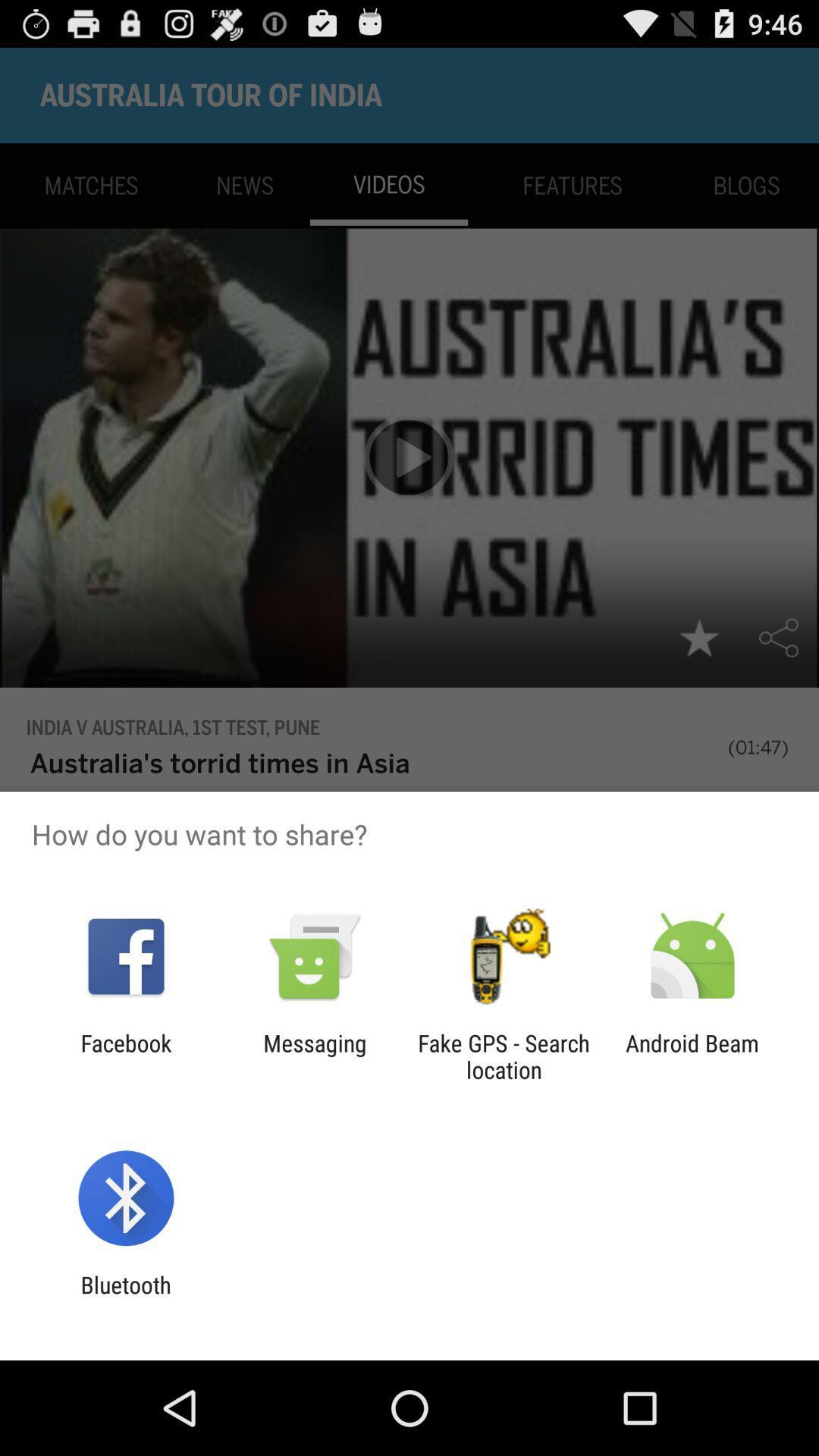 The image size is (819, 1456). Describe the element at coordinates (125, 1298) in the screenshot. I see `the bluetooth app` at that location.